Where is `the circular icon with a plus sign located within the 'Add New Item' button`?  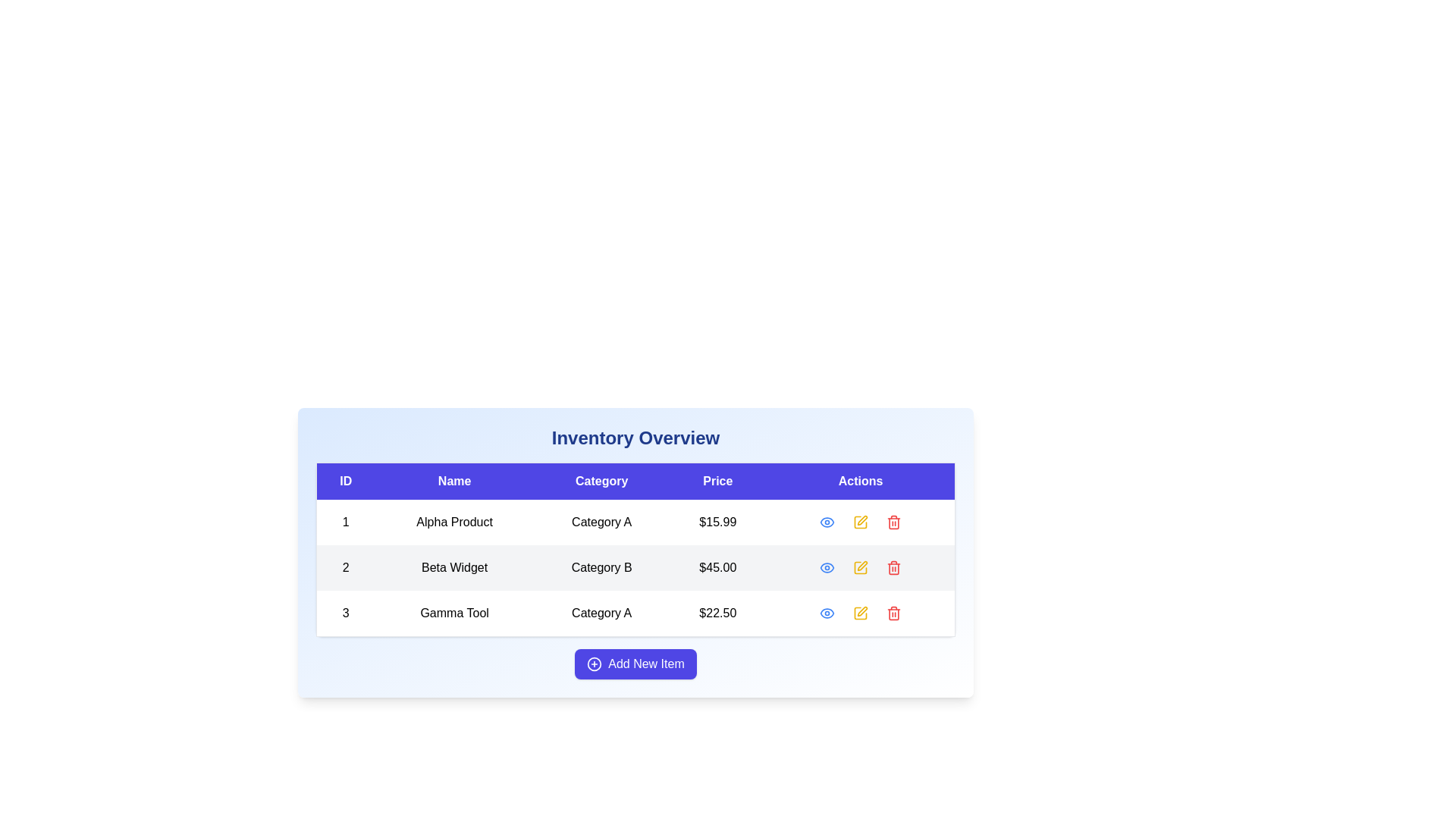 the circular icon with a plus sign located within the 'Add New Item' button is located at coordinates (594, 663).